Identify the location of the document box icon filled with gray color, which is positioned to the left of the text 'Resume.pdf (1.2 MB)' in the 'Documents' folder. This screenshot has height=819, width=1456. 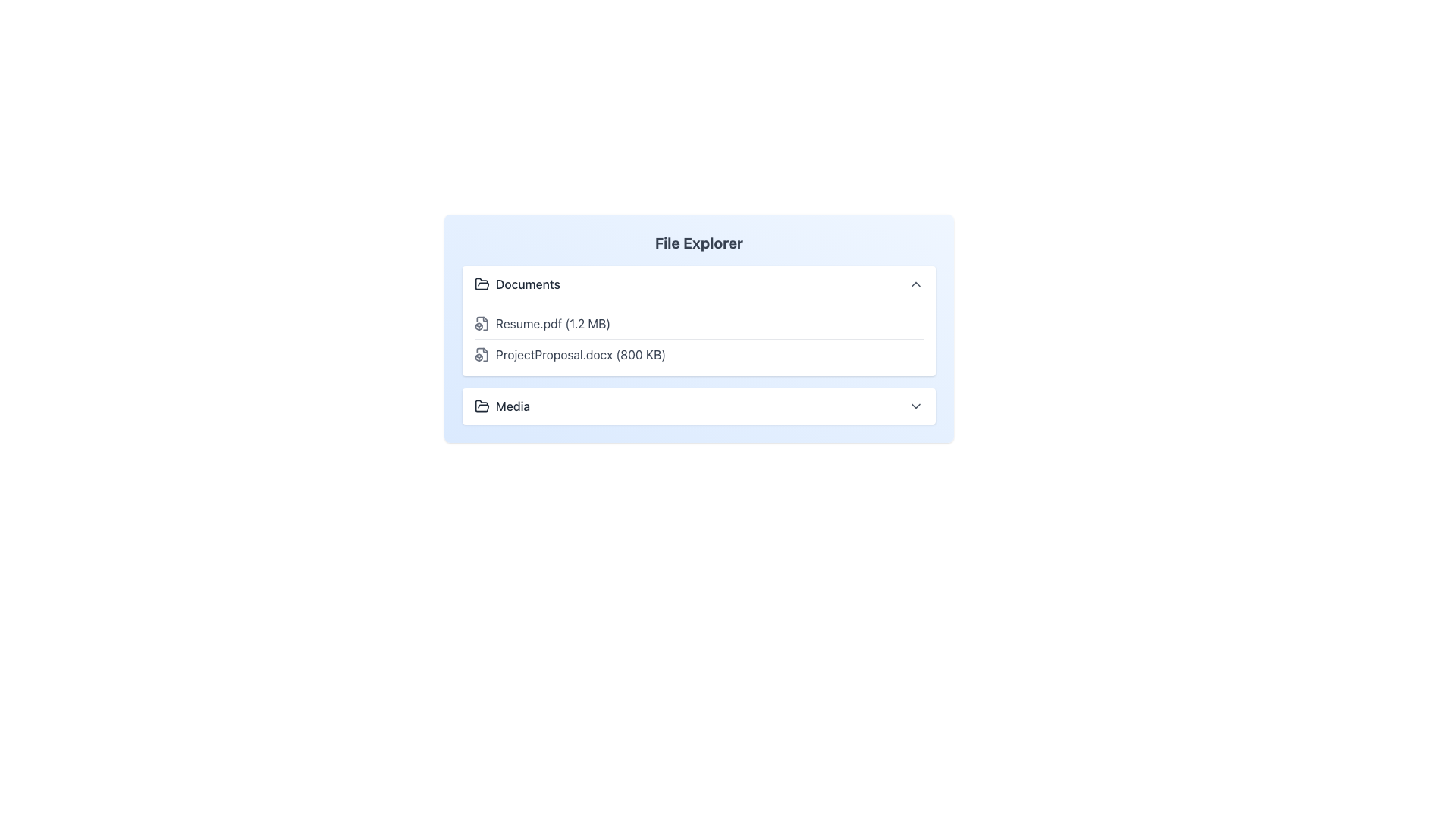
(481, 323).